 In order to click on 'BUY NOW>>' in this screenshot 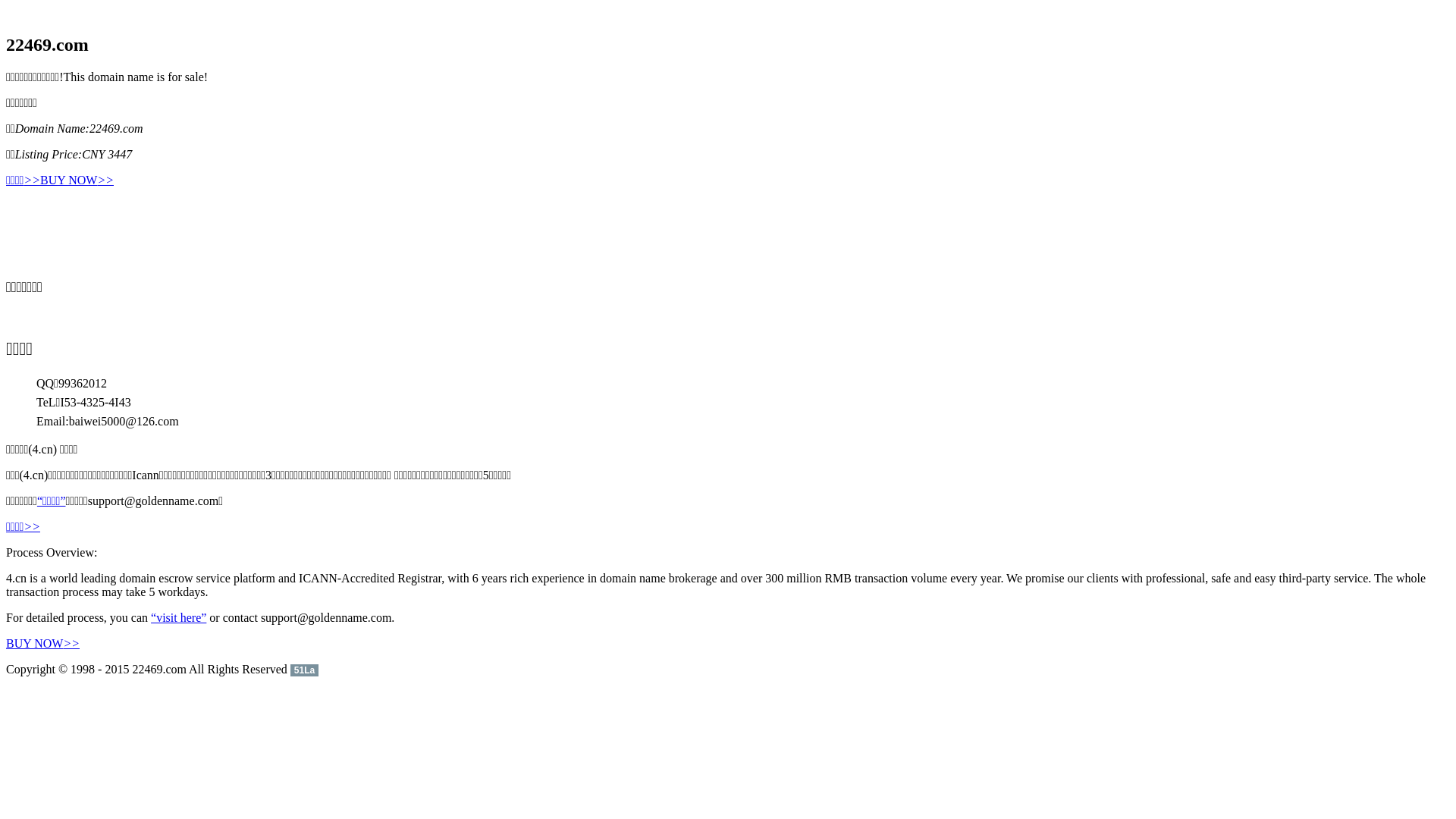, I will do `click(76, 180)`.